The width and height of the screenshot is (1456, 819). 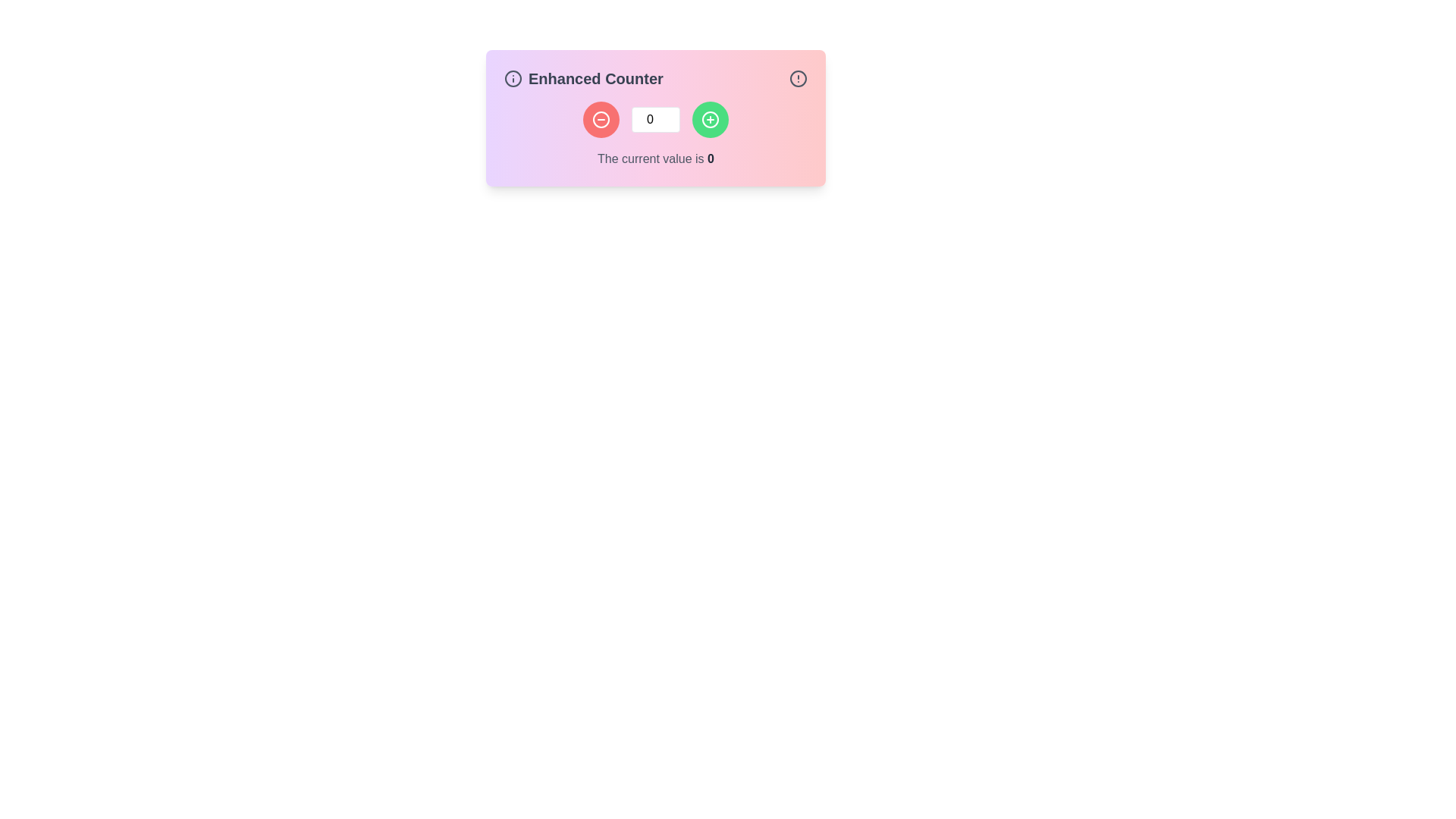 What do you see at coordinates (710, 158) in the screenshot?
I see `the Text Label that displays the current numerical value in bold within the sentence 'The current value is 0'` at bounding box center [710, 158].